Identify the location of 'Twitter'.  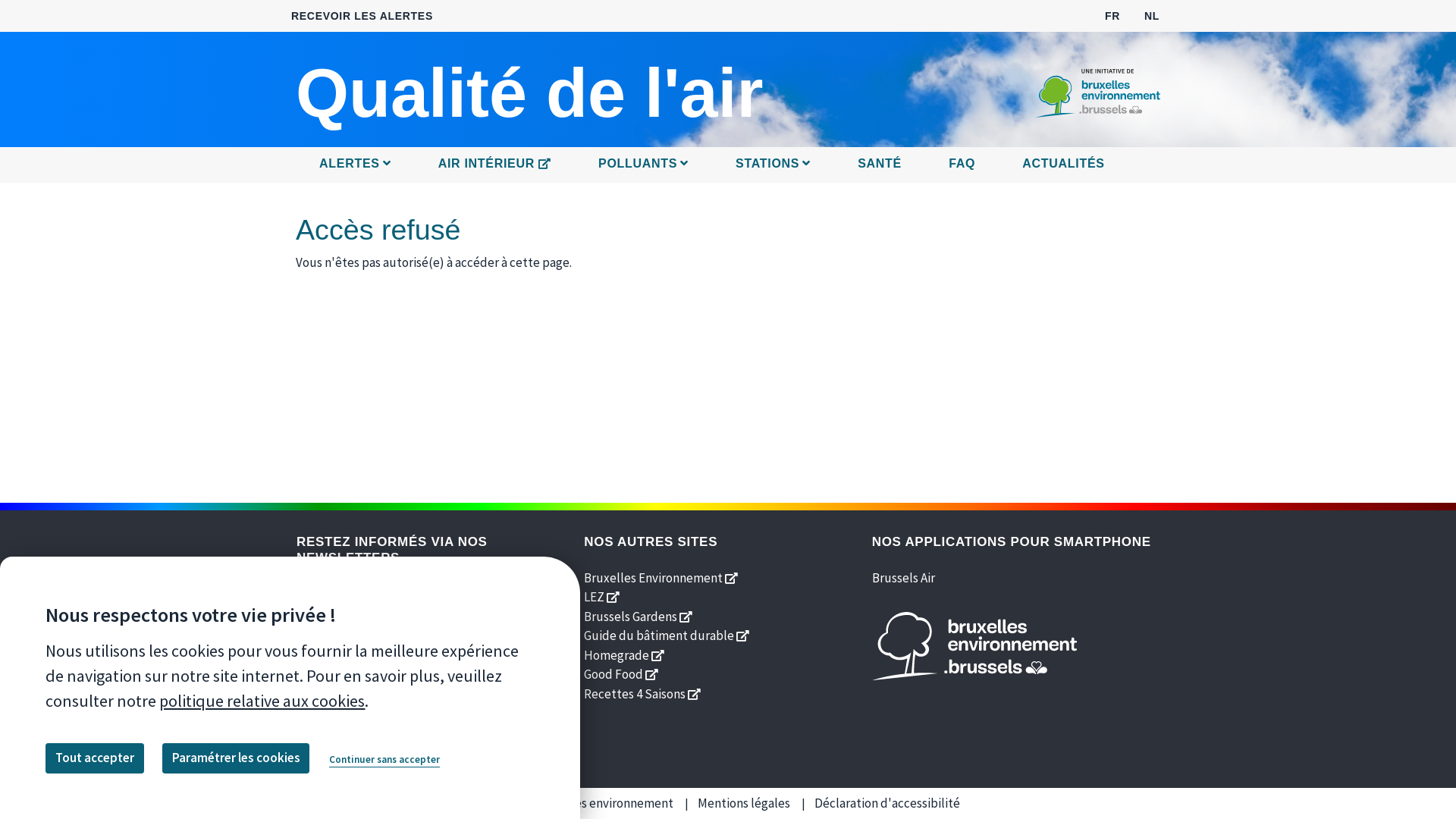
(344, 686).